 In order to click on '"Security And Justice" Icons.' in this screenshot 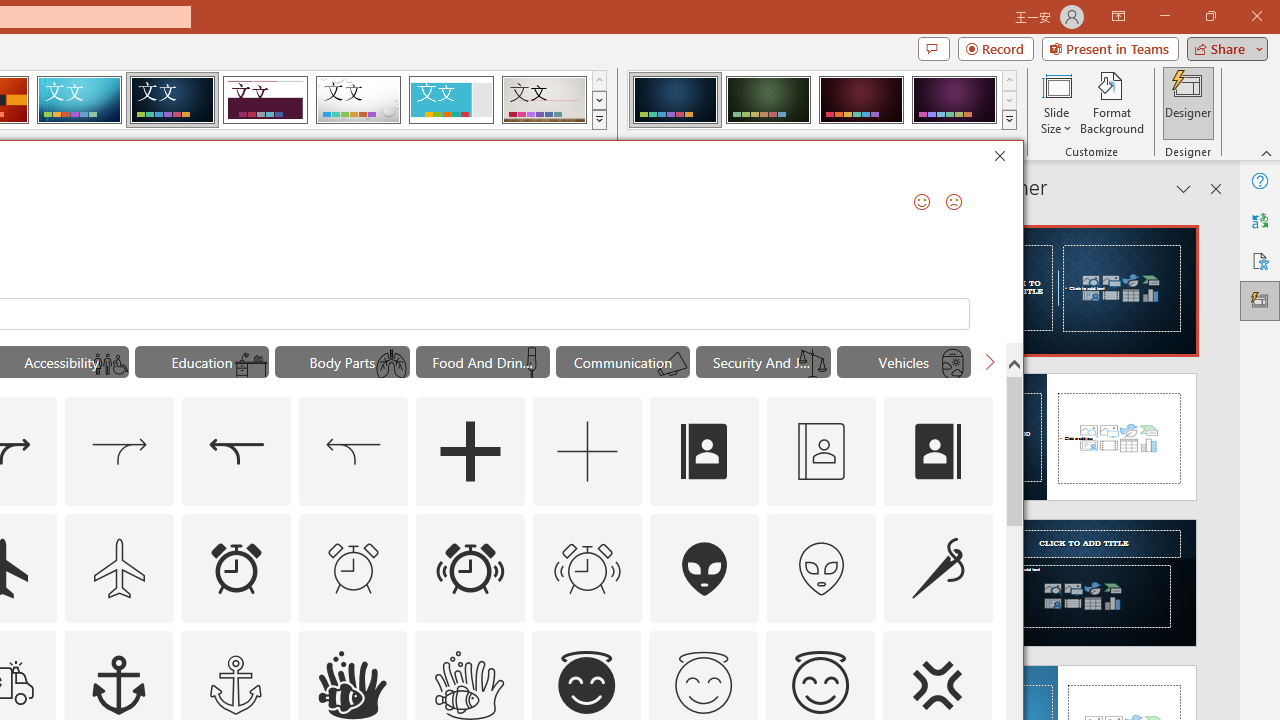, I will do `click(762, 362)`.